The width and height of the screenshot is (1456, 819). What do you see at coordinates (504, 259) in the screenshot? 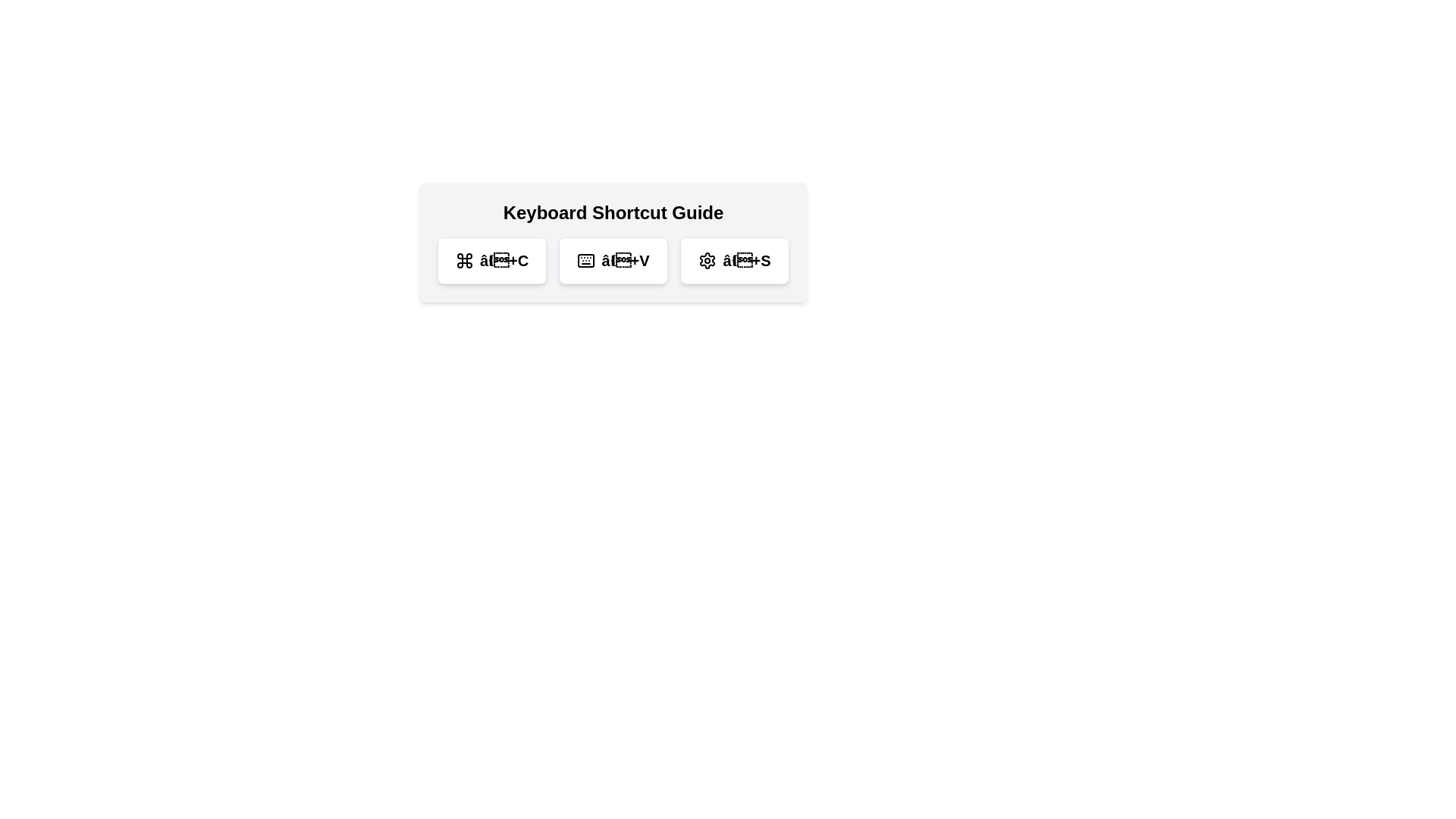
I see `the text label representing the keyboard shortcut (⌘+C), which is positioned to the right of the command key symbol and before the plus sign, under the 'Keyboard Shortcut Guide'` at bounding box center [504, 259].